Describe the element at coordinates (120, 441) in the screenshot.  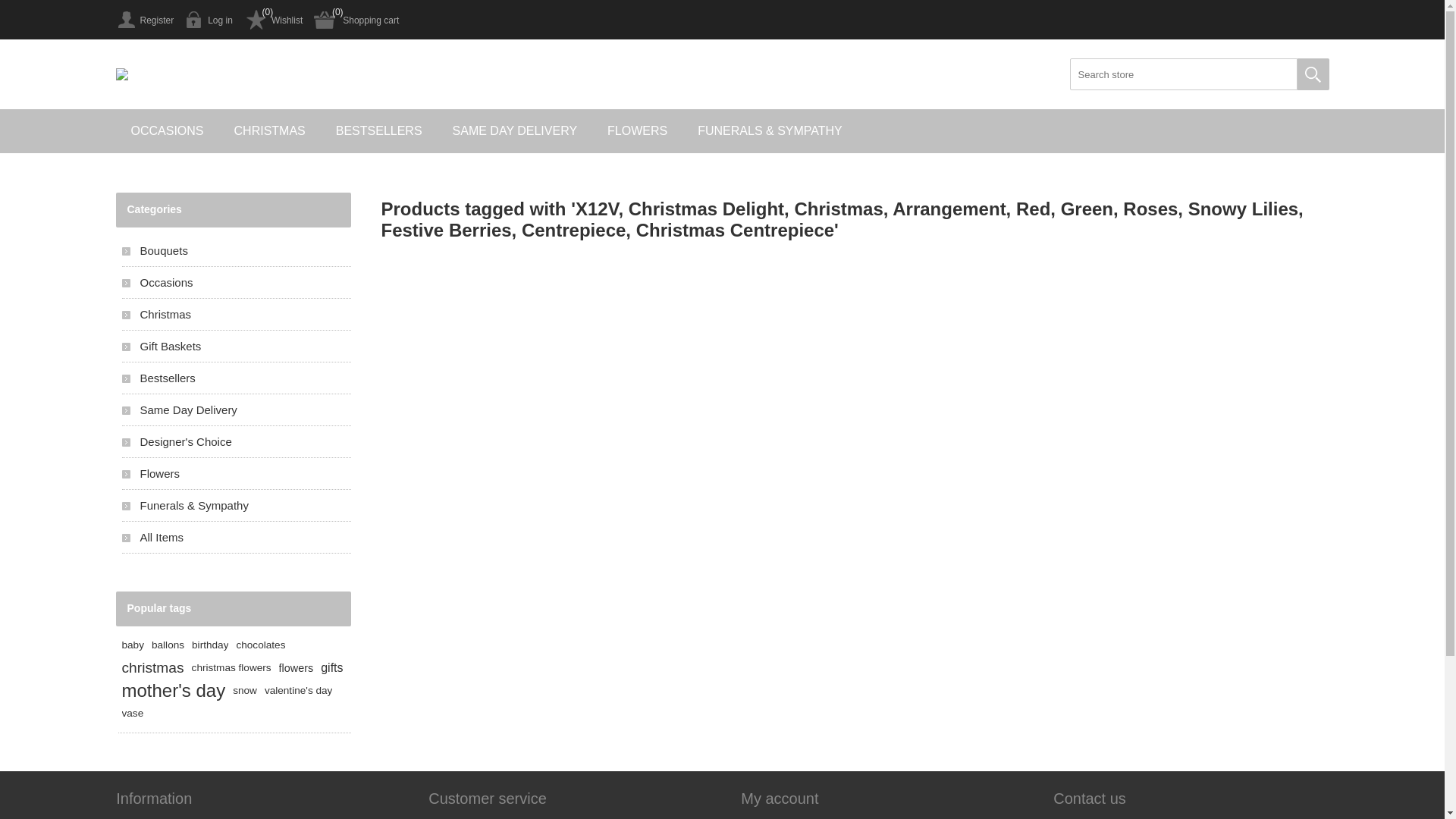
I see `'Designer's Choice'` at that location.